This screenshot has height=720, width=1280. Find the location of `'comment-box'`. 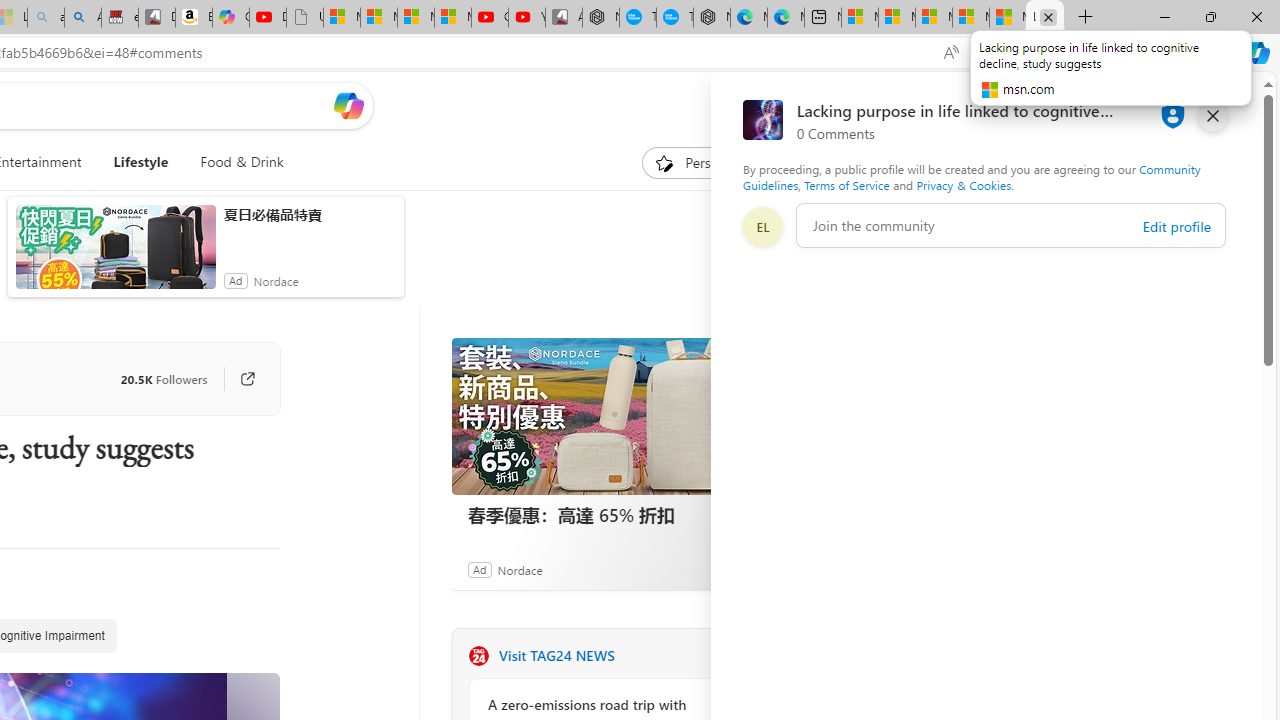

'comment-box' is located at coordinates (1011, 225).